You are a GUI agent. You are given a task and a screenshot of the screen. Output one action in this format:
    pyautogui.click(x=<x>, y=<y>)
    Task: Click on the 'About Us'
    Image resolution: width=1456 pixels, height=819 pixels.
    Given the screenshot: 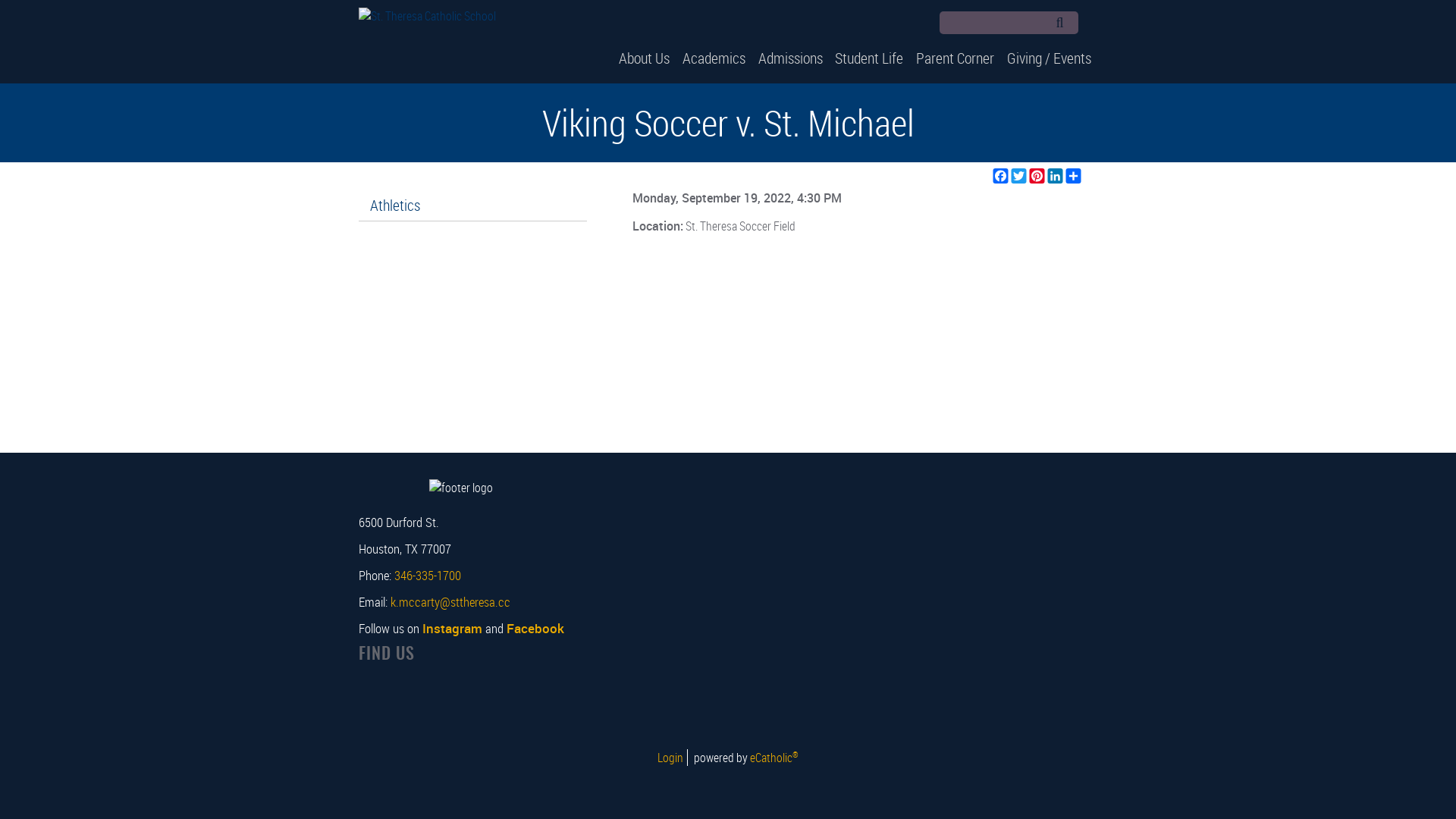 What is the action you would take?
    pyautogui.click(x=644, y=57)
    